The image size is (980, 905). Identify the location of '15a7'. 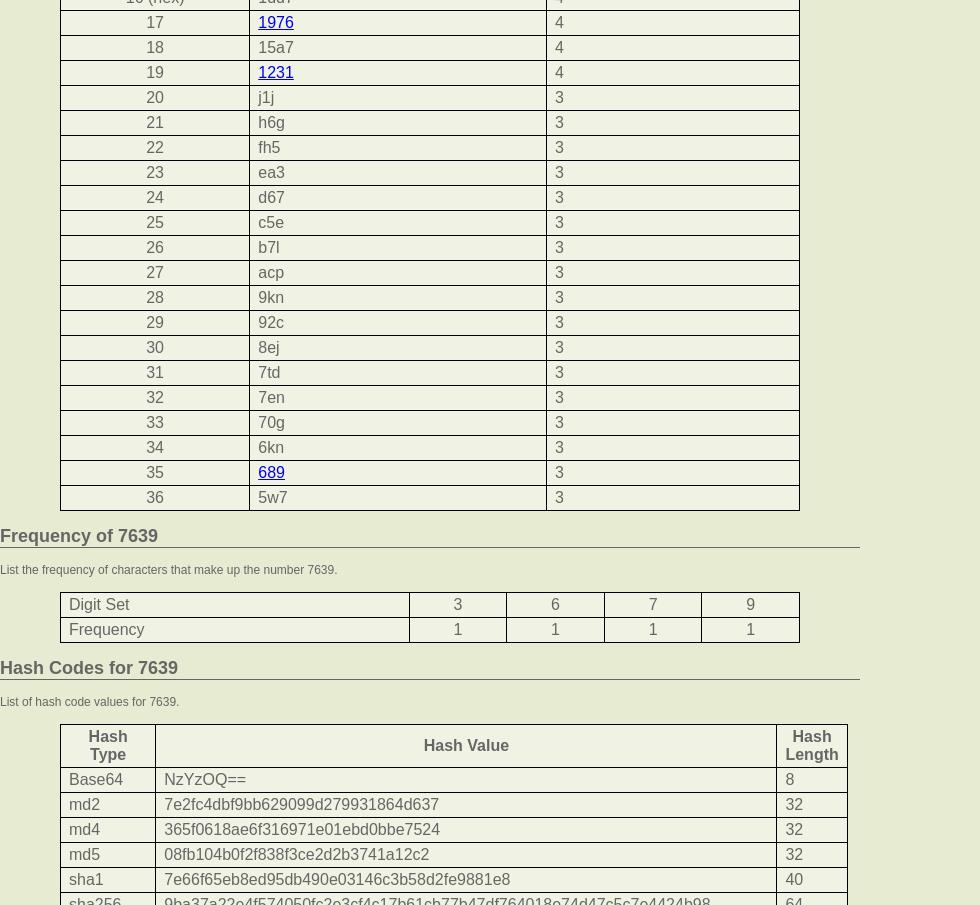
(258, 46).